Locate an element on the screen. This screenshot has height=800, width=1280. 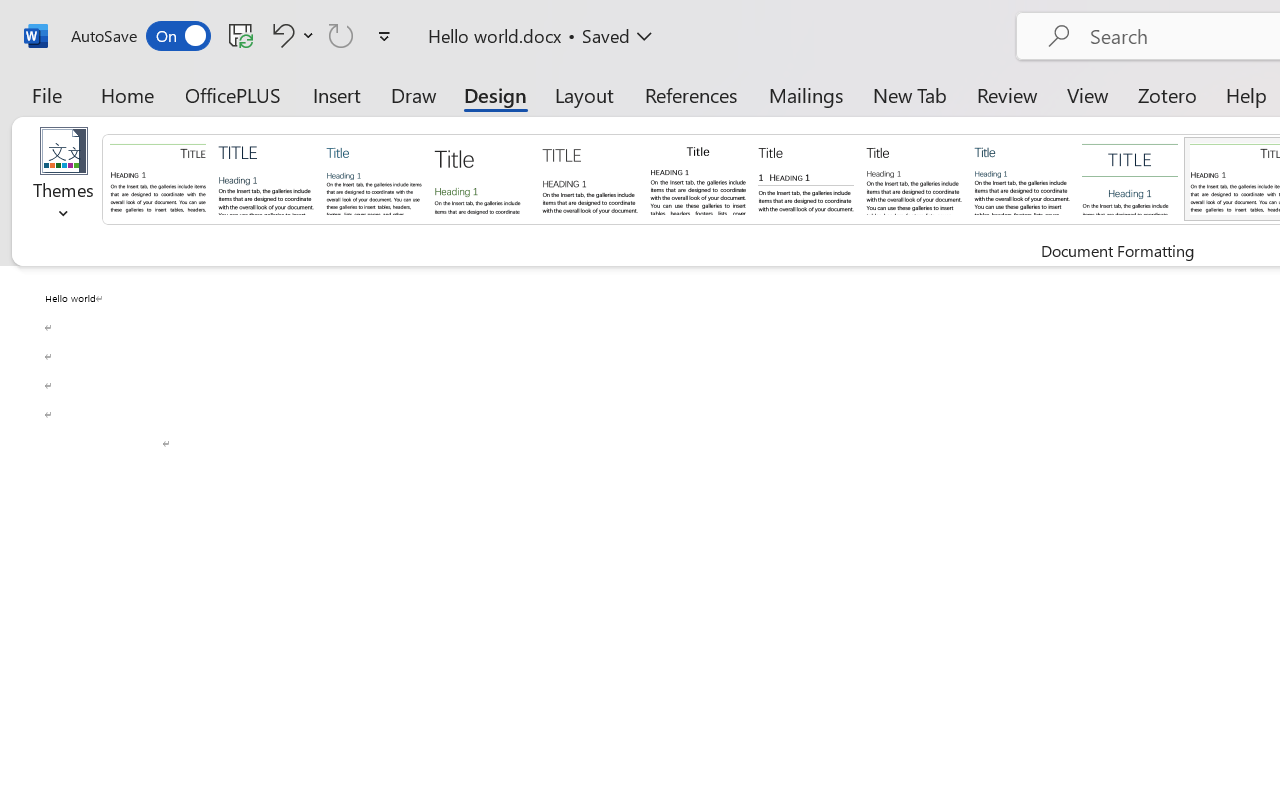
'AutoSave' is located at coordinates (139, 35).